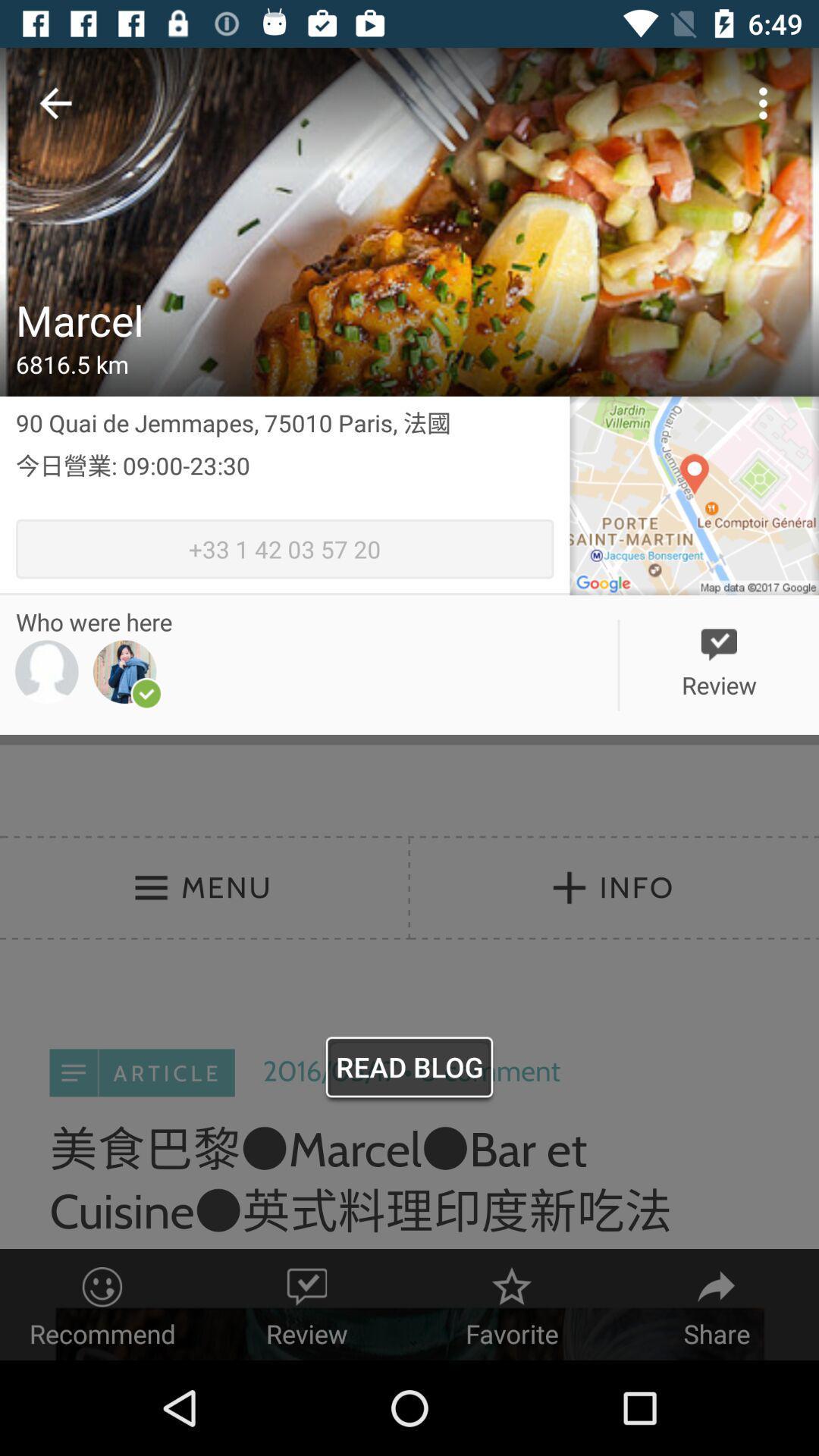 This screenshot has height=1456, width=819. Describe the element at coordinates (409, 1070) in the screenshot. I see `the item at the bottom` at that location.